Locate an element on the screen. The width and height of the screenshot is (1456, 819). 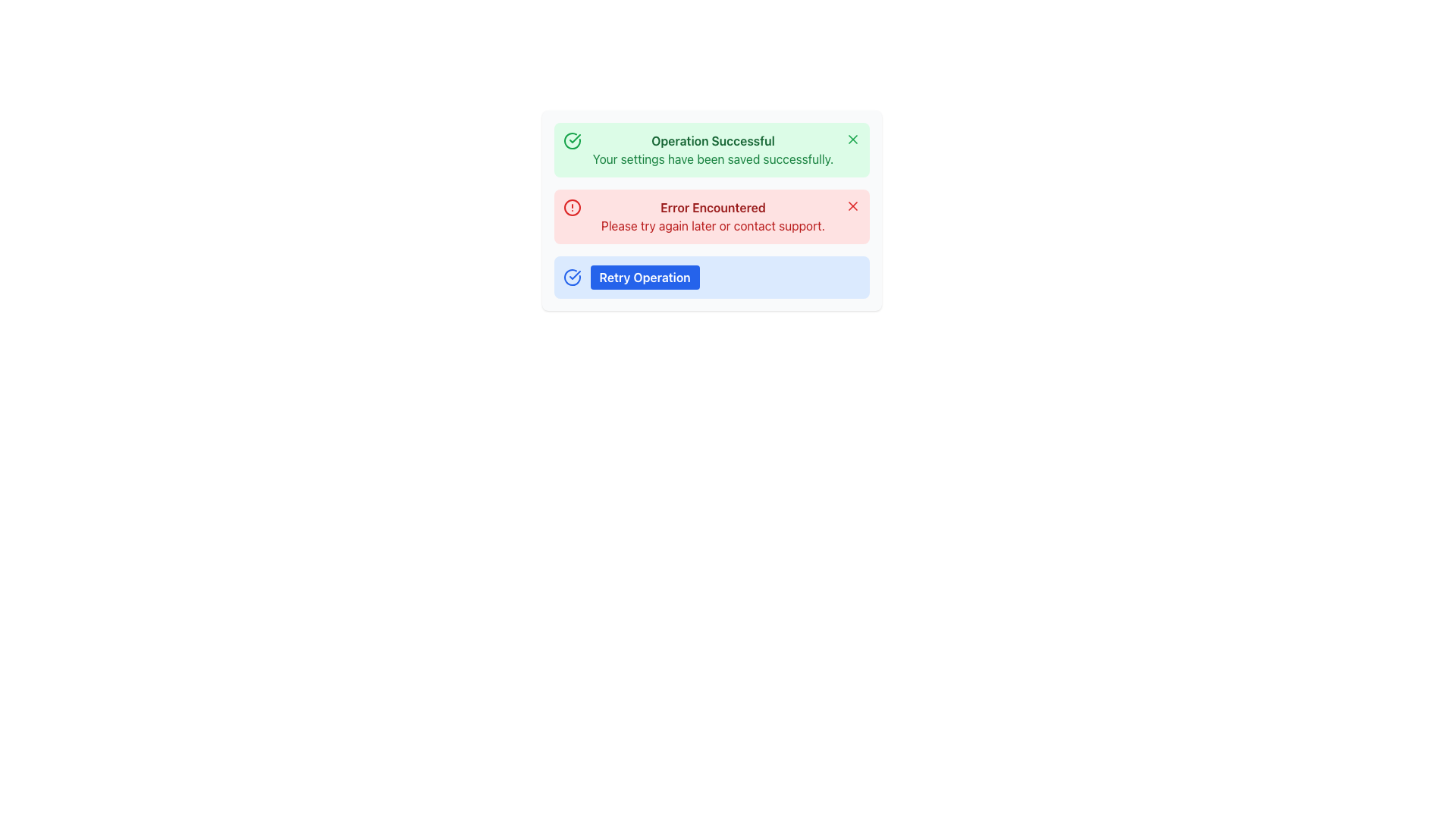
the circular icon with a green stroke and checkmark, indicating a positive action, located at the top-left corner of the green notification box next to the title 'Operation Successful' is located at coordinates (571, 140).